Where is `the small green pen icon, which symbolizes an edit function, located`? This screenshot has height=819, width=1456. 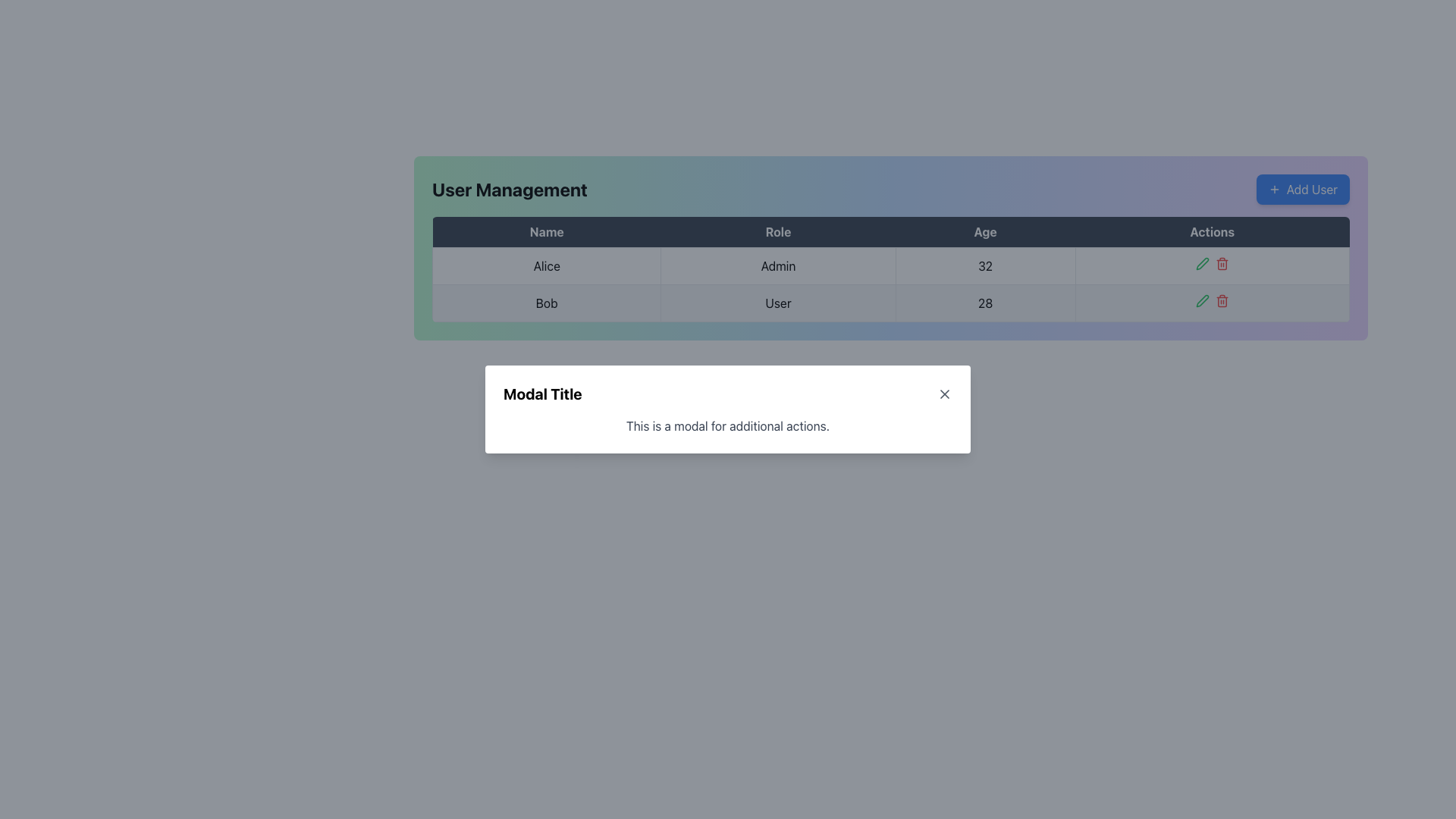 the small green pen icon, which symbolizes an edit function, located is located at coordinates (1201, 301).